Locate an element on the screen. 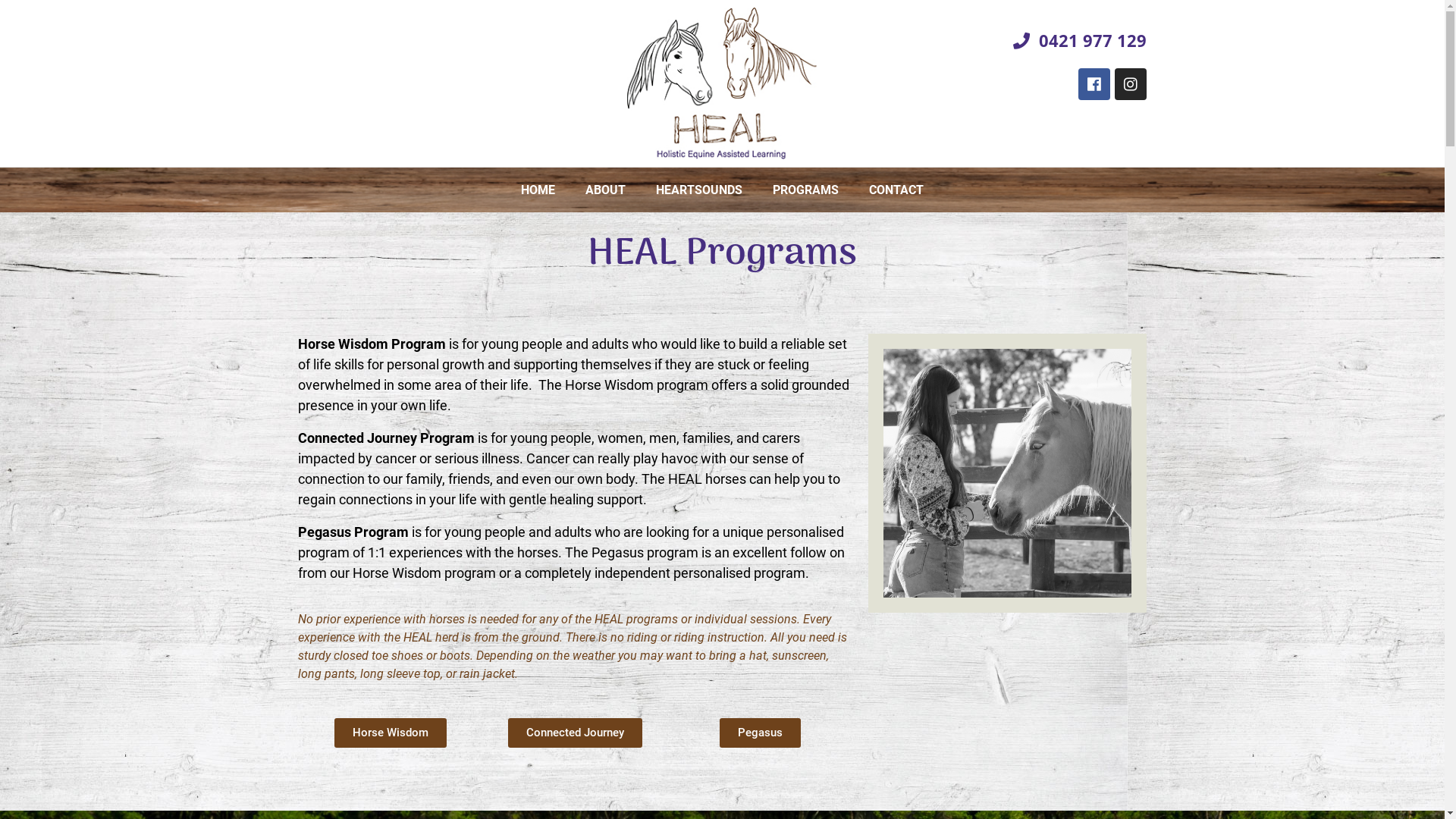  'Pegasus' is located at coordinates (760, 732).